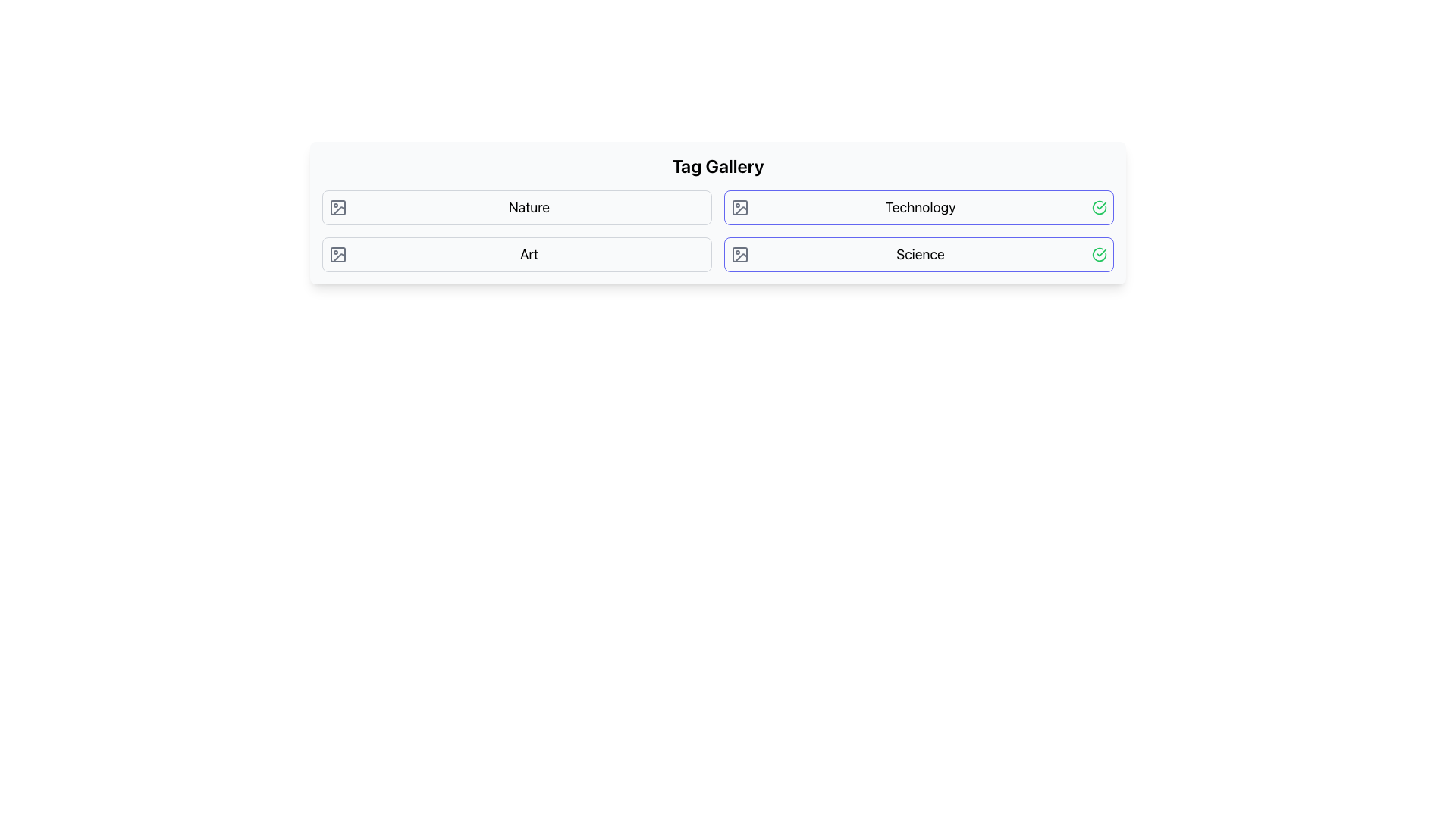 This screenshot has width=1456, height=819. I want to click on the triangular segment of the graphical icon within the 'Technology' button group in the top-right section of the layout, so click(741, 211).